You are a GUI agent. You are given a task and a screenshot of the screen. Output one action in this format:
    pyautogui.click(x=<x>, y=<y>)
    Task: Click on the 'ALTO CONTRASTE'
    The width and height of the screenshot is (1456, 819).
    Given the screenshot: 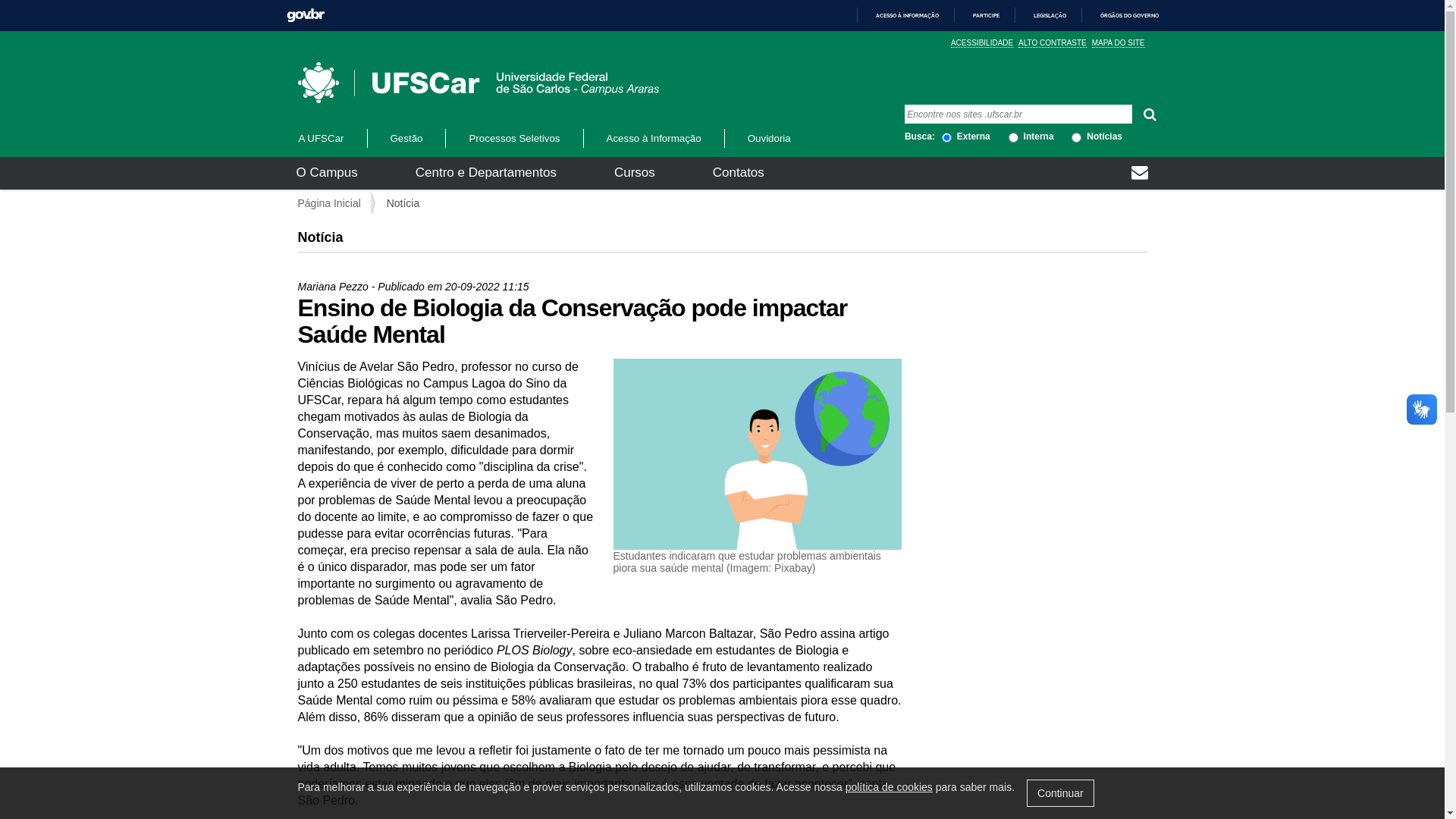 What is the action you would take?
    pyautogui.click(x=1051, y=42)
    